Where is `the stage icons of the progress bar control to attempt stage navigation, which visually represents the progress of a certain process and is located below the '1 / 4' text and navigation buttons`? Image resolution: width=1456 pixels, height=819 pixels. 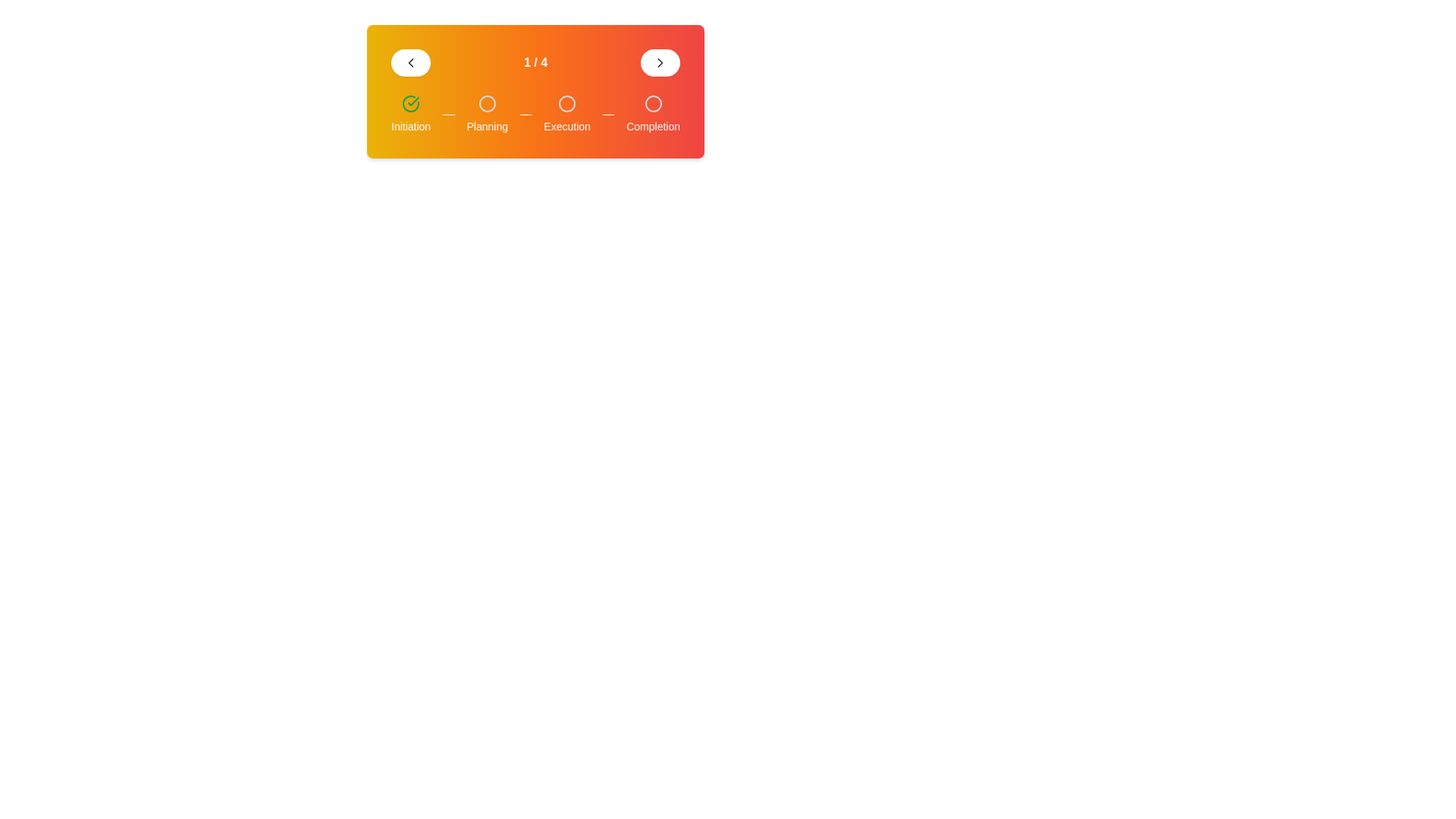 the stage icons of the progress bar control to attempt stage navigation, which visually represents the progress of a certain process and is located below the '1 / 4' text and navigation buttons is located at coordinates (535, 113).